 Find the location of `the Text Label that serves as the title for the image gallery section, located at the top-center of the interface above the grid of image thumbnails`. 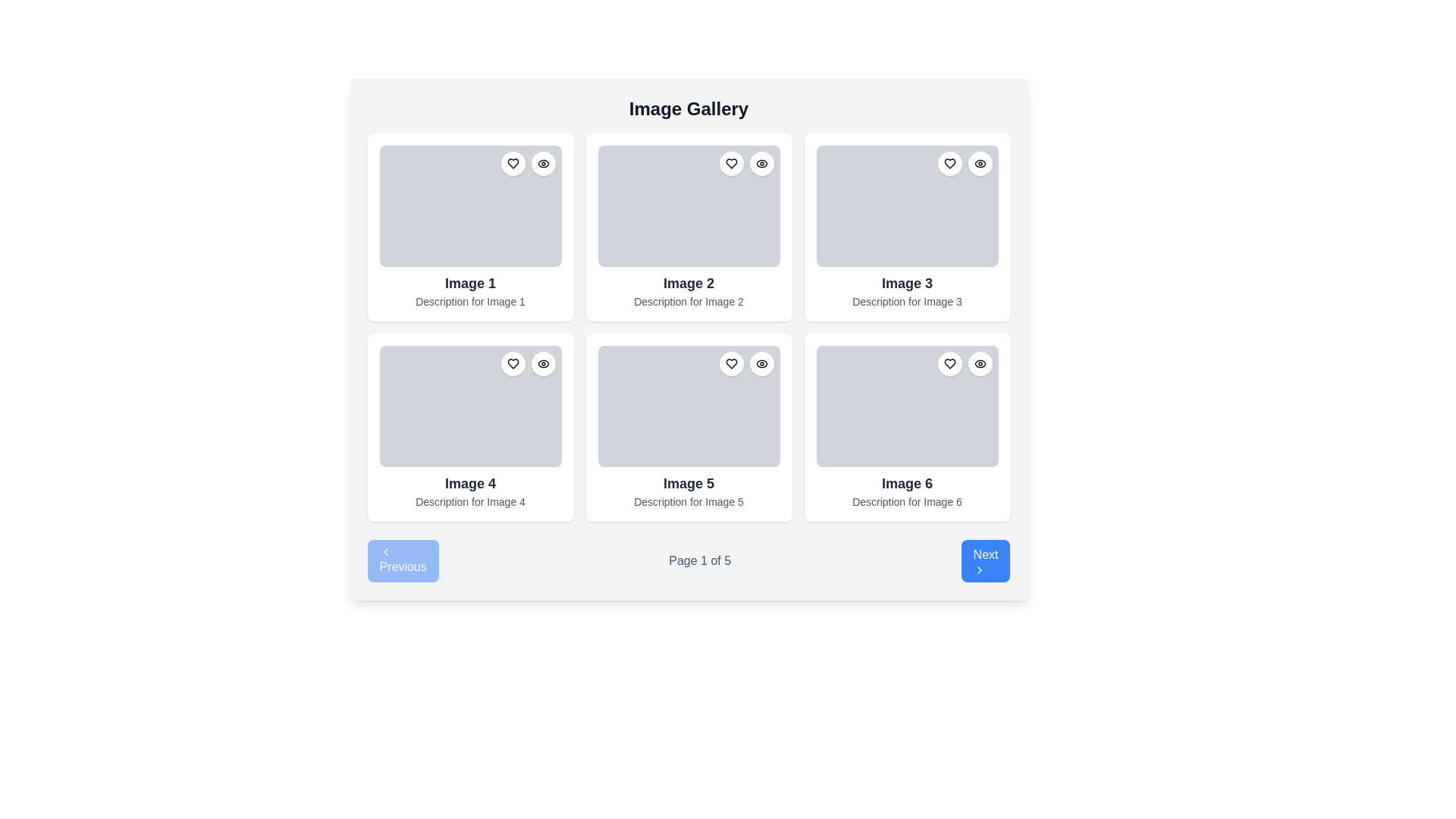

the Text Label that serves as the title for the image gallery section, located at the top-center of the interface above the grid of image thumbnails is located at coordinates (688, 108).